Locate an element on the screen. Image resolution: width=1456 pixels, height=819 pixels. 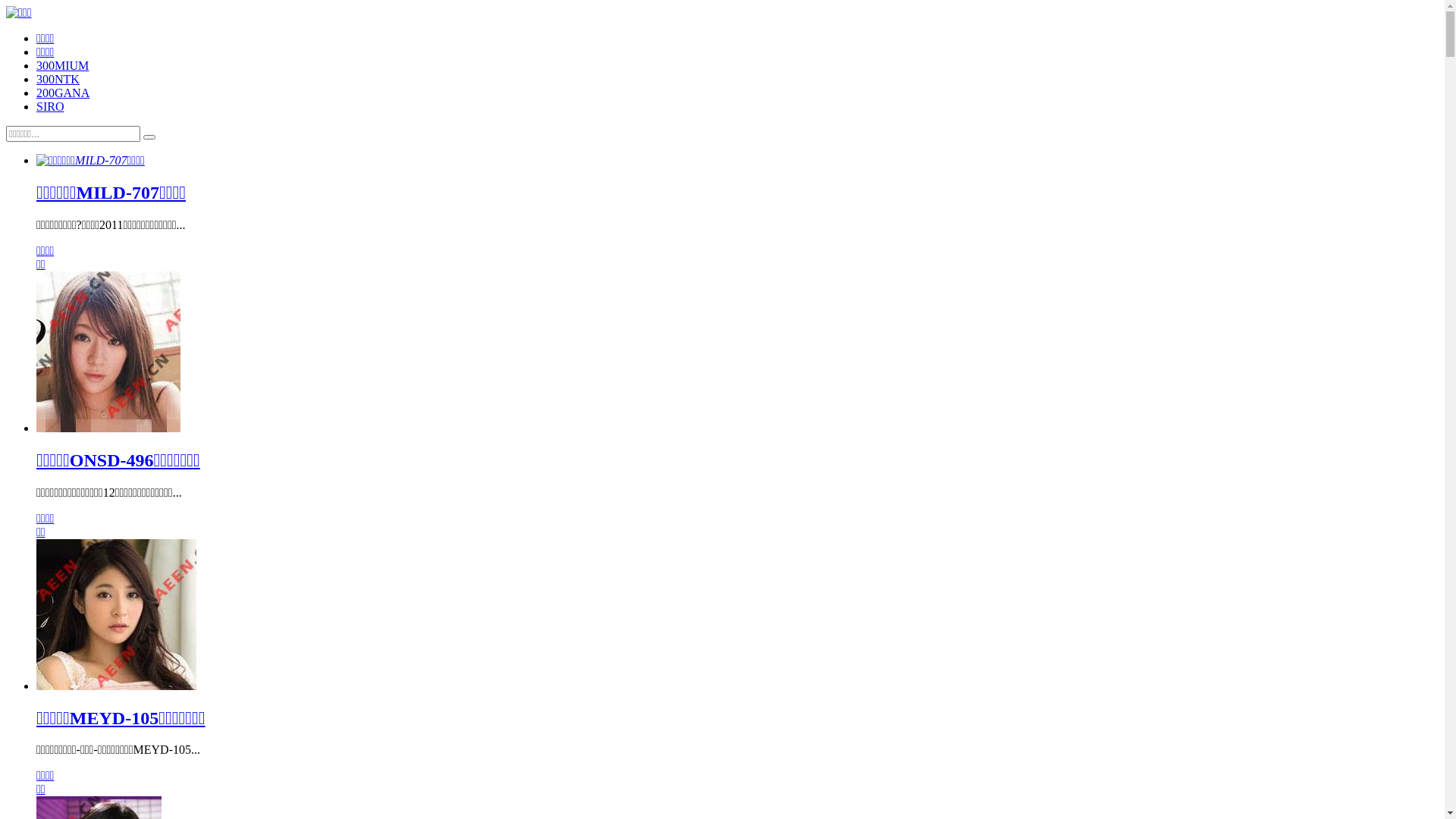
'300NTK' is located at coordinates (58, 79).